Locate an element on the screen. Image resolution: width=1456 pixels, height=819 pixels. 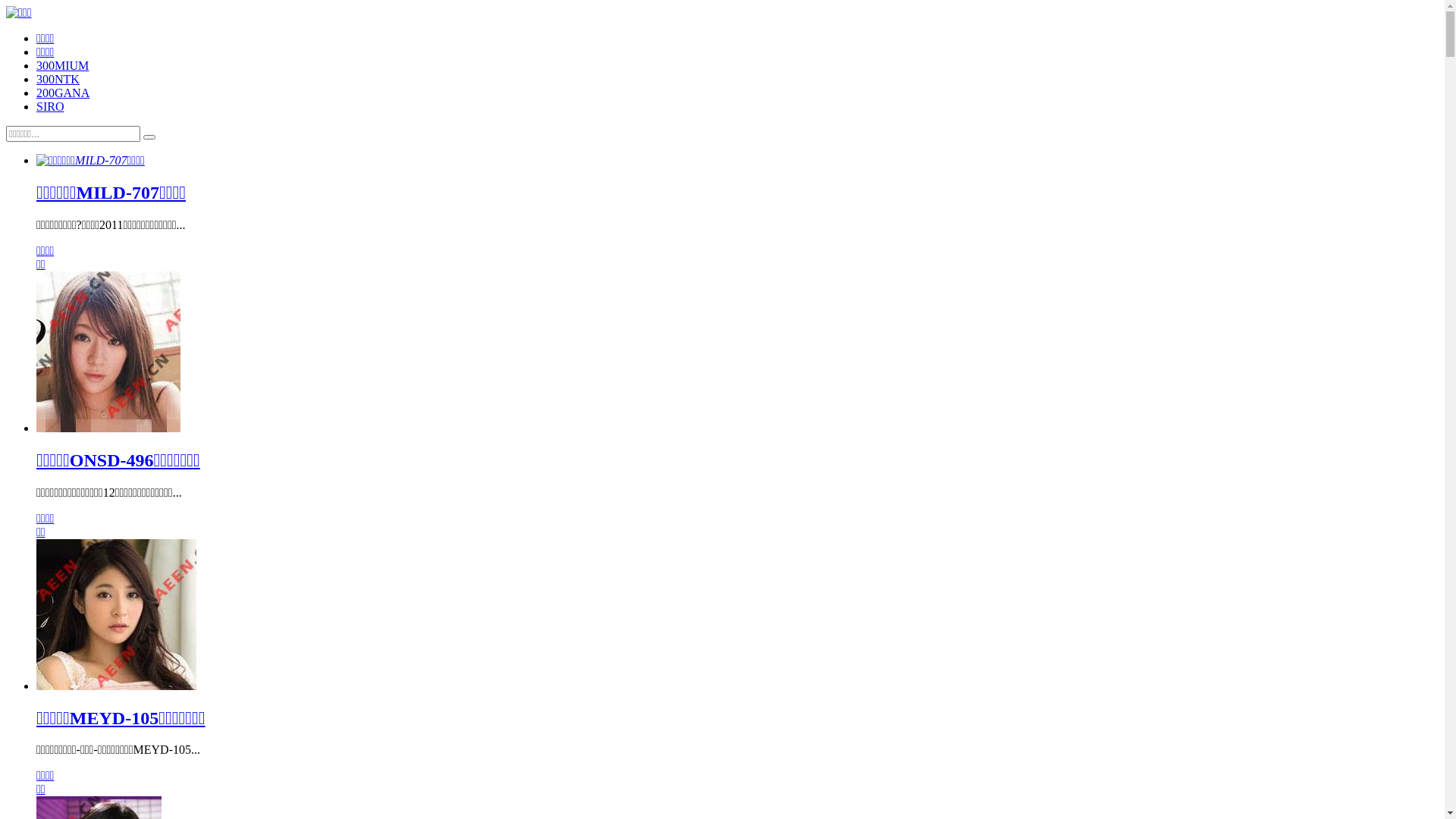
'300NTK' is located at coordinates (58, 79).